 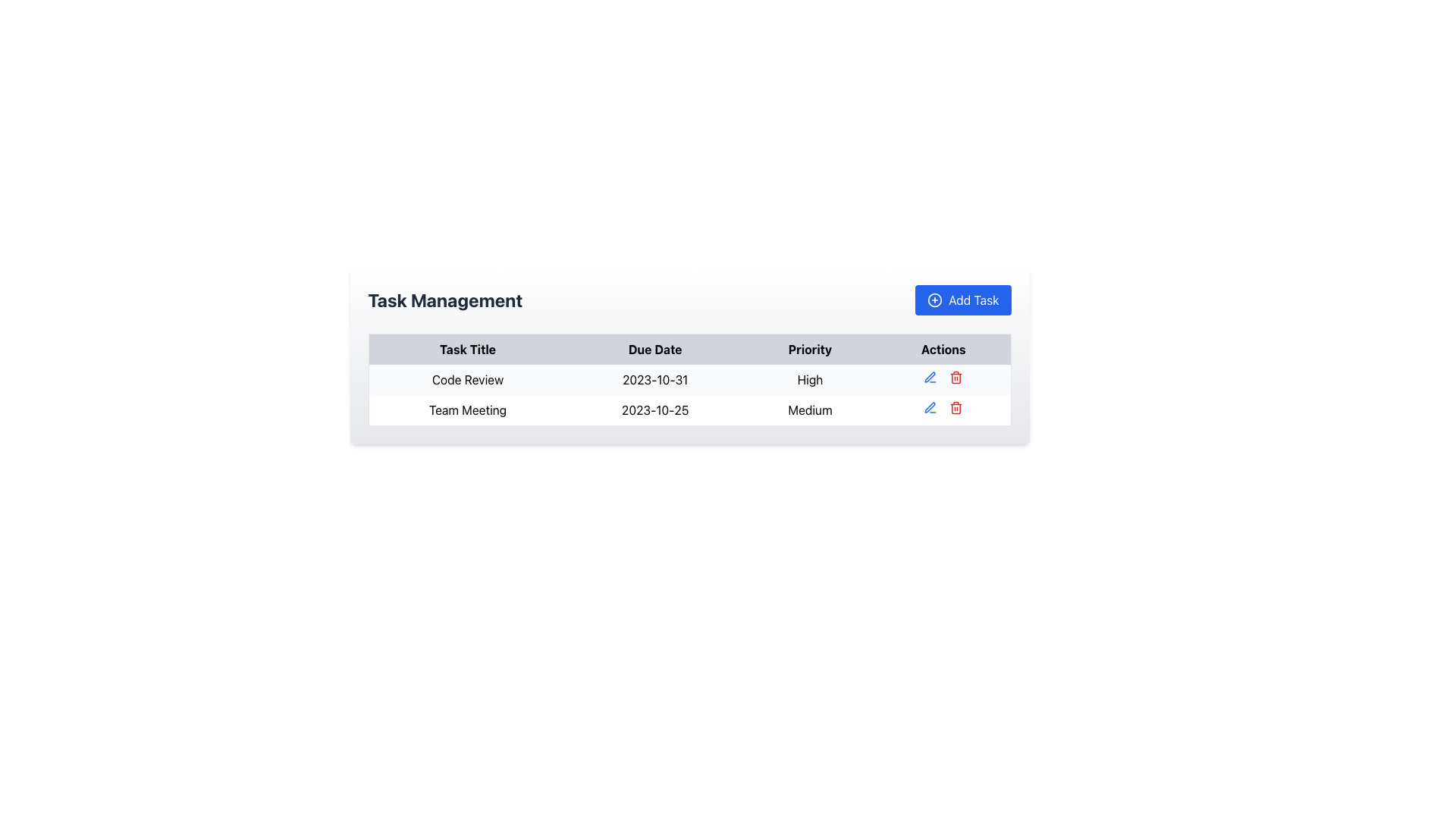 What do you see at coordinates (809, 349) in the screenshot?
I see `the 'Priority' text label, which is the third header in a row of a table, styled with centered alignment and a light gray background` at bounding box center [809, 349].